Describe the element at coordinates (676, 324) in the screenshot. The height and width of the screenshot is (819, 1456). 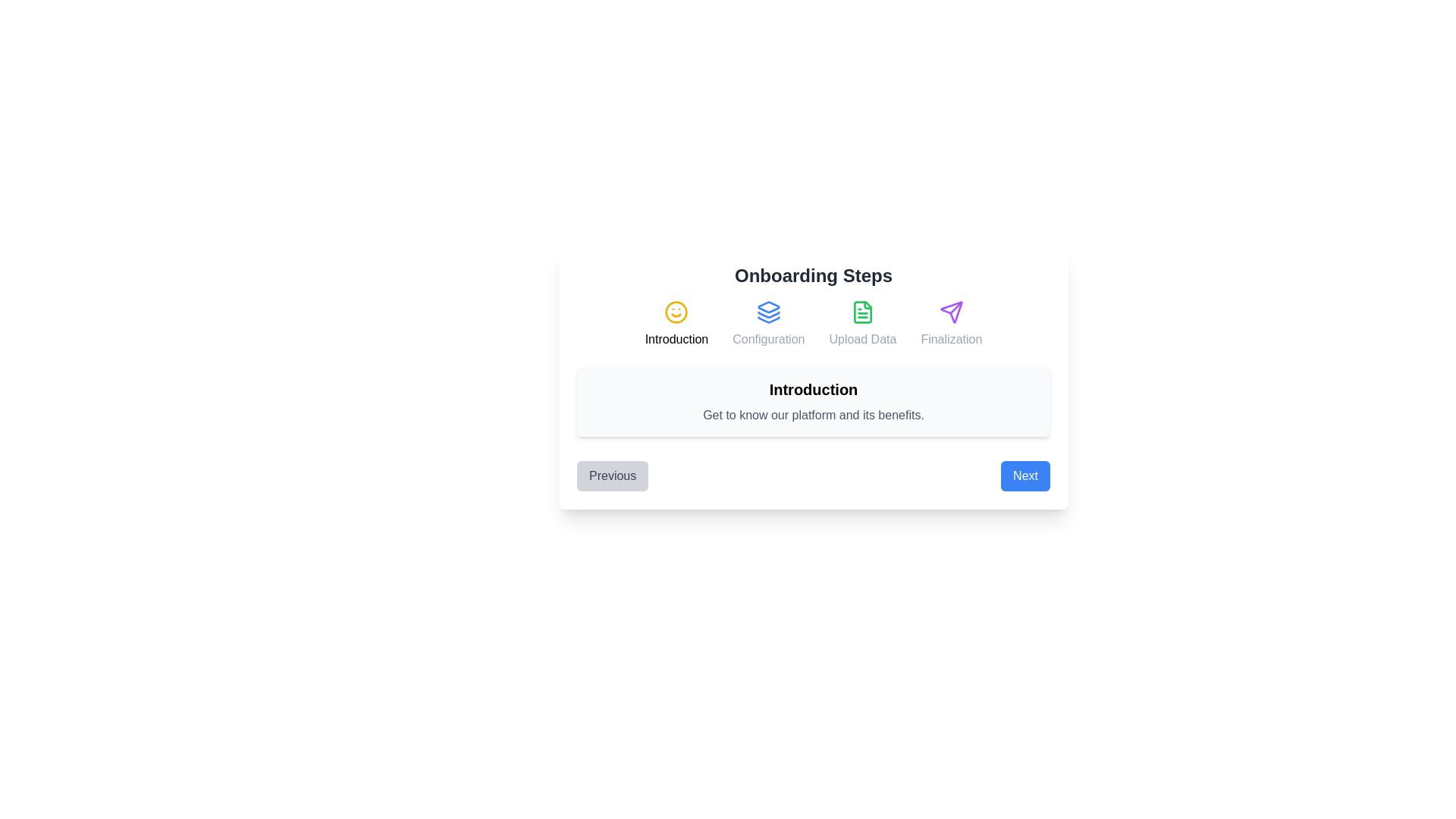
I see `the button labeled 'Introduction' which has a yellow smiley face icon above the text, located in the top-left corner of the section containing 'Configuration', 'Upload Data', and 'Finalization'` at that location.